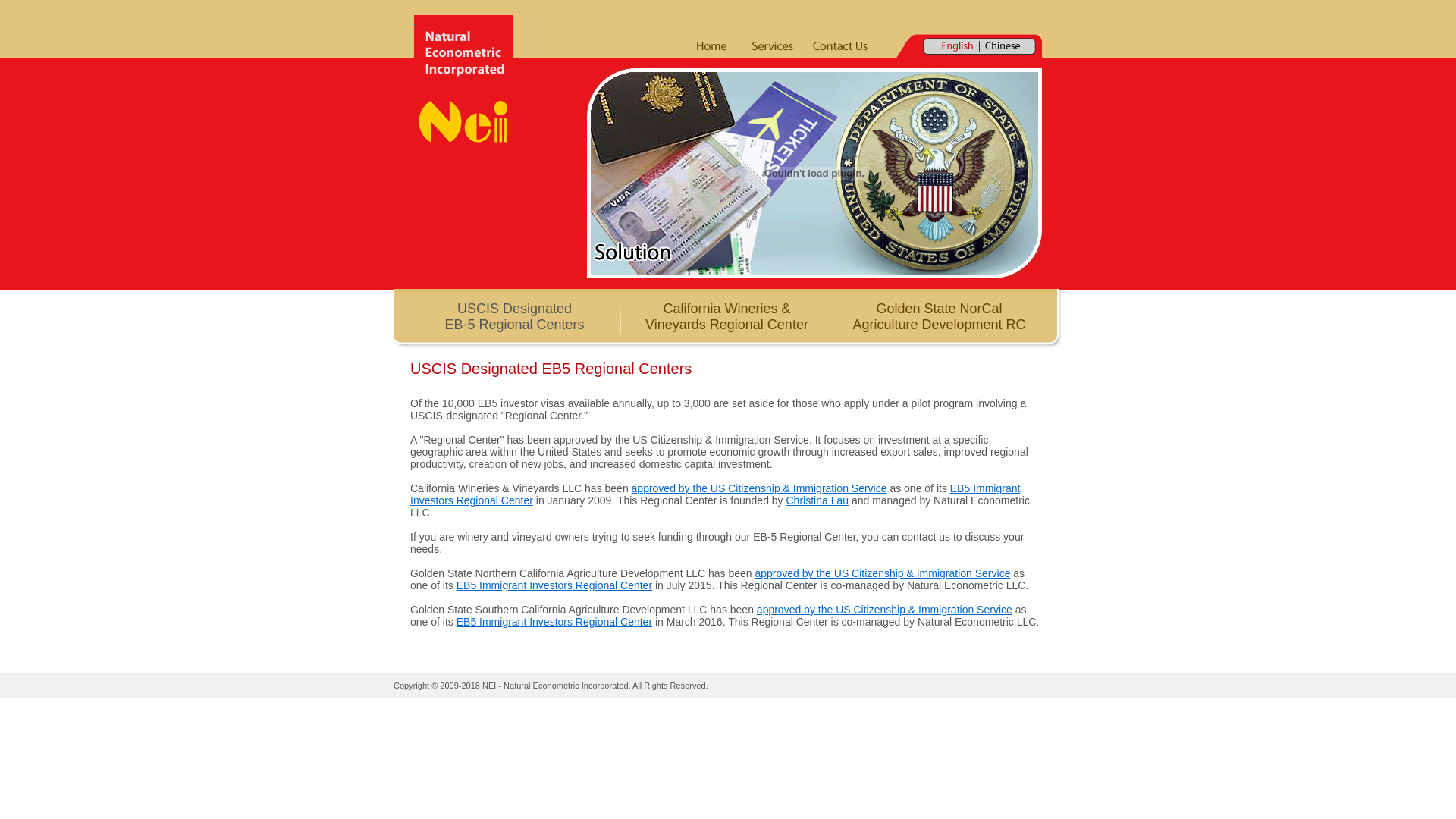 This screenshot has height=819, width=1456. What do you see at coordinates (938, 316) in the screenshot?
I see `'Golden State NorCal Agriculture Development RC'` at bounding box center [938, 316].